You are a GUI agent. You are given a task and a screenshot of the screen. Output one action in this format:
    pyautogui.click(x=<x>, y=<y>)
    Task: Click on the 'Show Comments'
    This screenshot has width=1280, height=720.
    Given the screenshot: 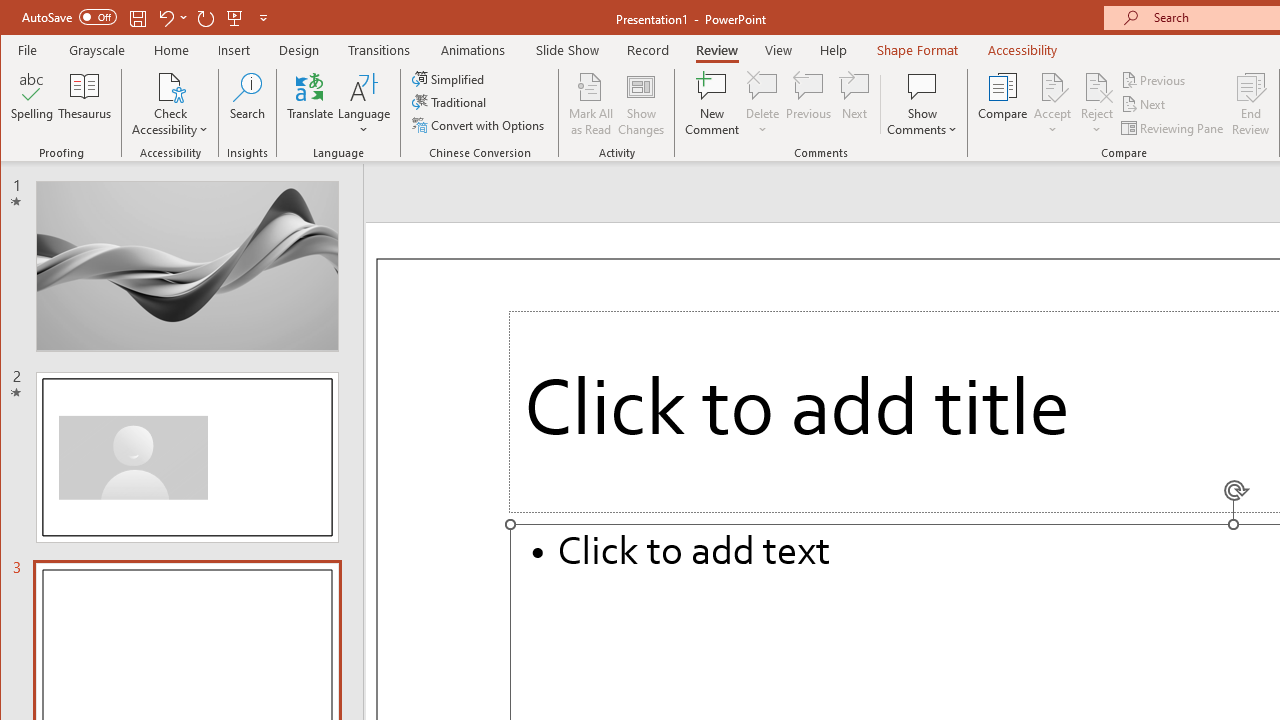 What is the action you would take?
    pyautogui.click(x=921, y=85)
    